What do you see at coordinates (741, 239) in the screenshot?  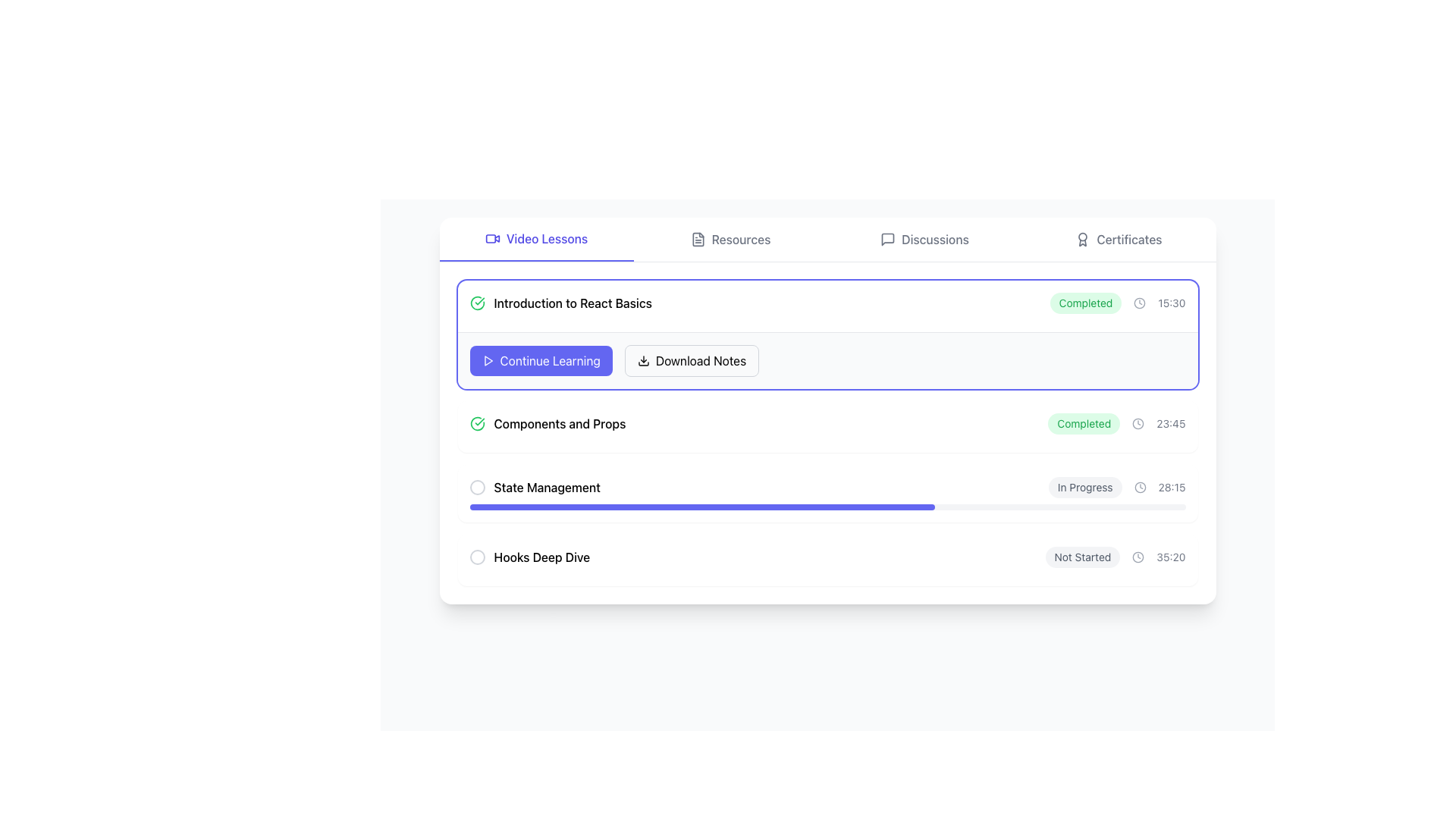 I see `the 'Resources' navigational link in the top menu` at bounding box center [741, 239].